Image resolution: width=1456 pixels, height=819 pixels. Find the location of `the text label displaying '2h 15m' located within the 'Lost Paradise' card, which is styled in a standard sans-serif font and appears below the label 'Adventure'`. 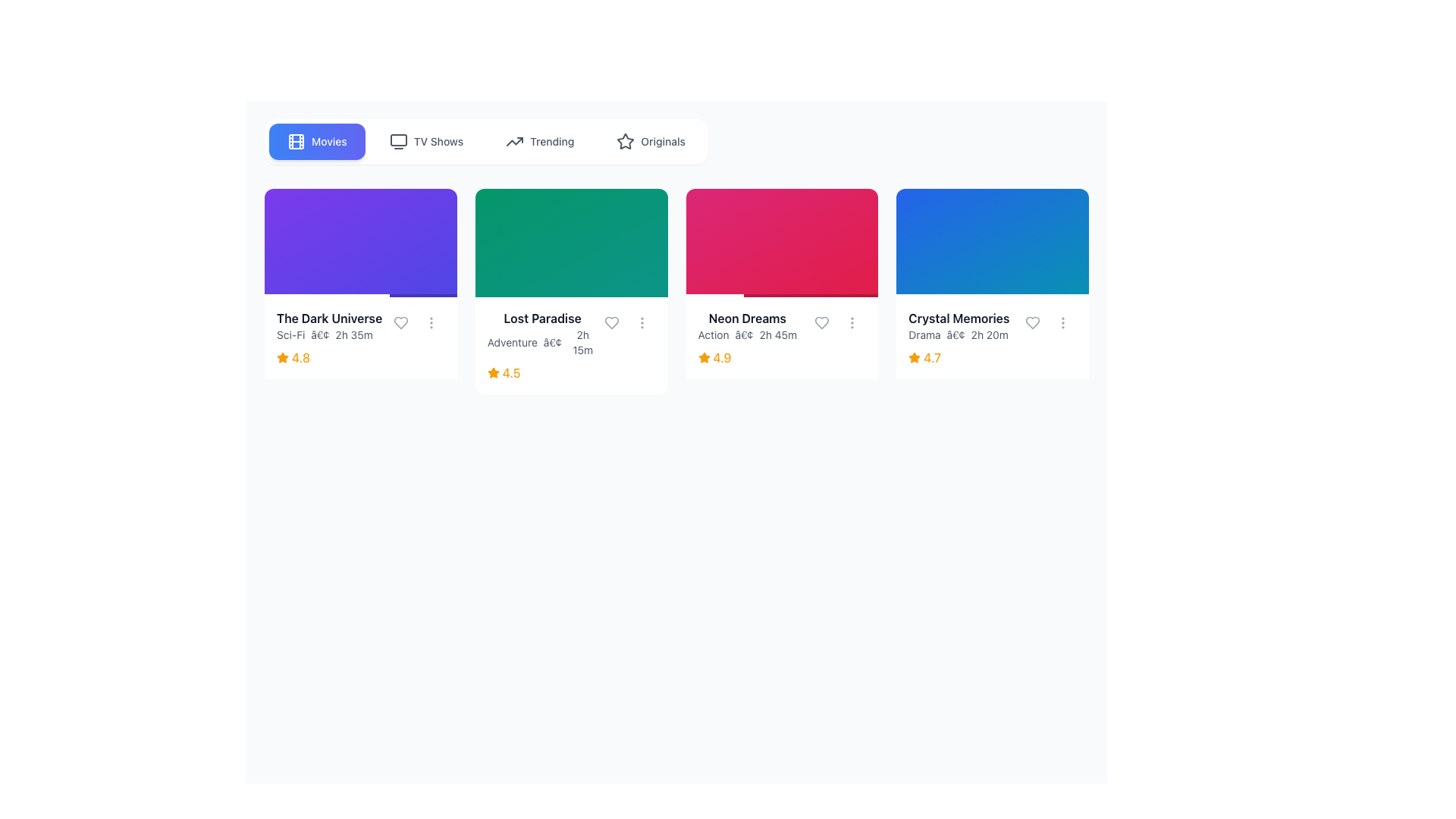

the text label displaying '2h 15m' located within the 'Lost Paradise' card, which is styled in a standard sans-serif font and appears below the label 'Adventure' is located at coordinates (582, 342).